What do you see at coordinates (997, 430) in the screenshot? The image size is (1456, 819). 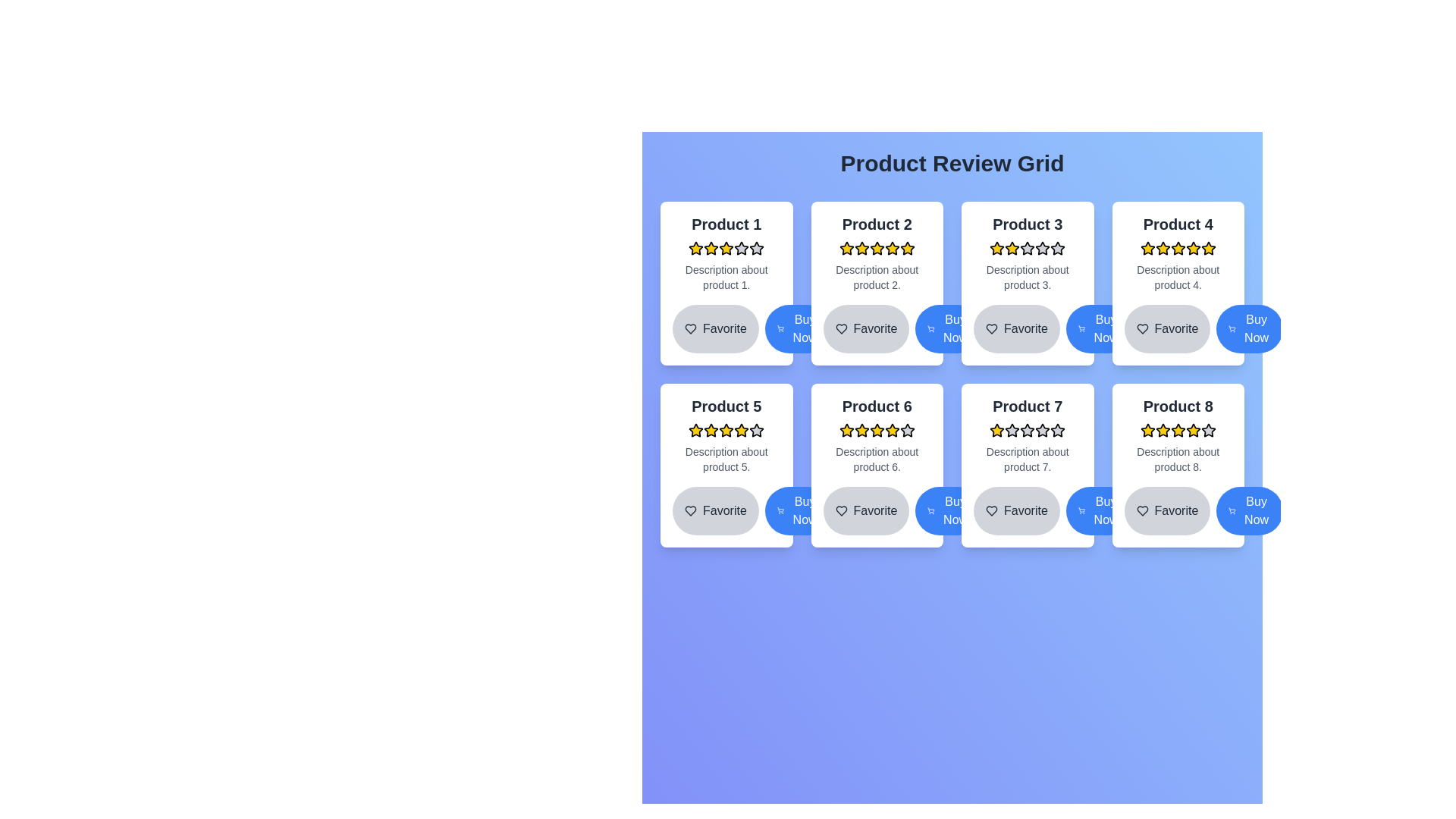 I see `the first star of the rating system for 'Product 7' to confirm a one-star rating` at bounding box center [997, 430].